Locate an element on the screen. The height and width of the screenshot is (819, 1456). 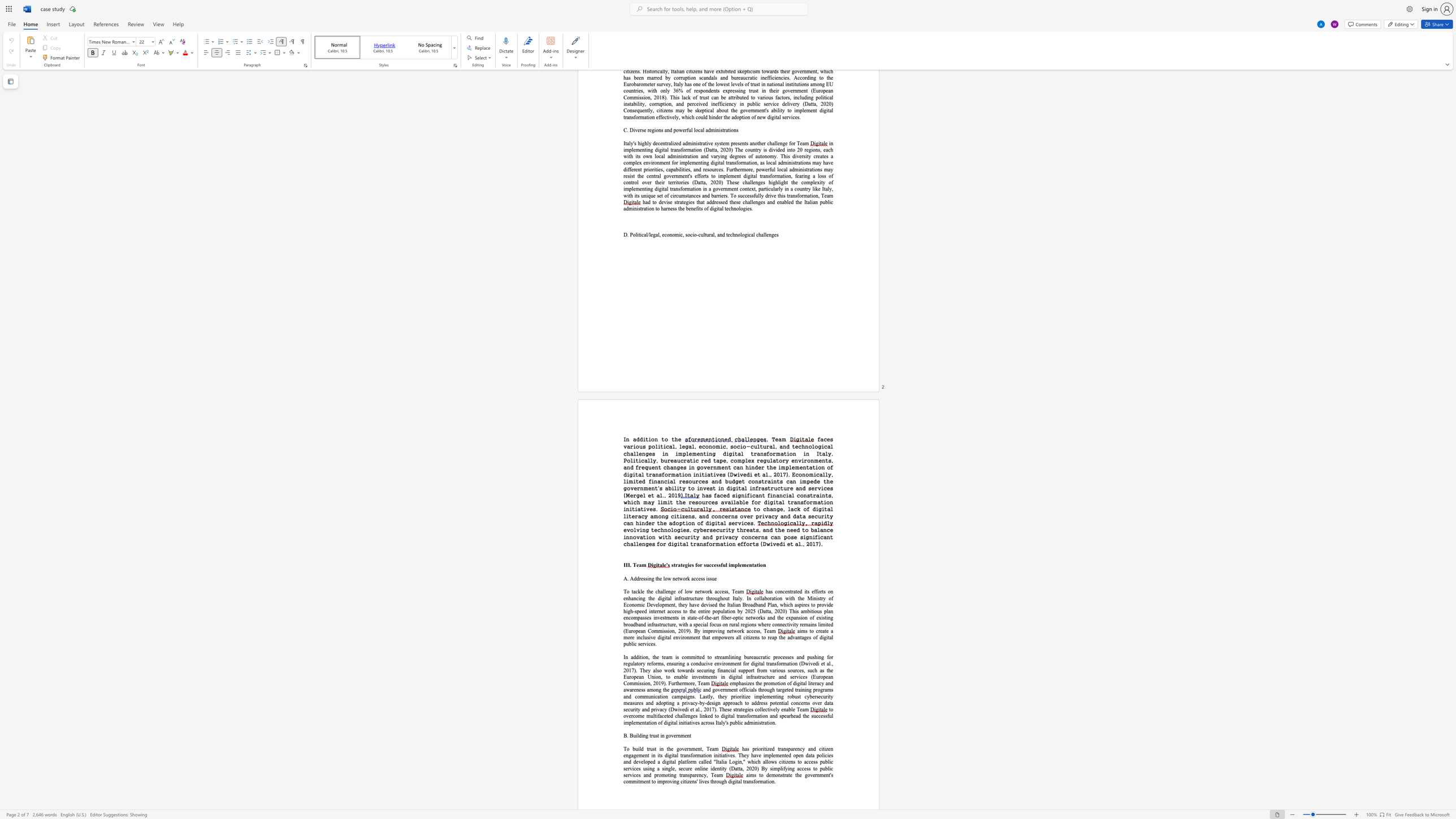
the subset text "ssing the low ne" within the text "A. Addressing the low network access issue" is located at coordinates (643, 578).